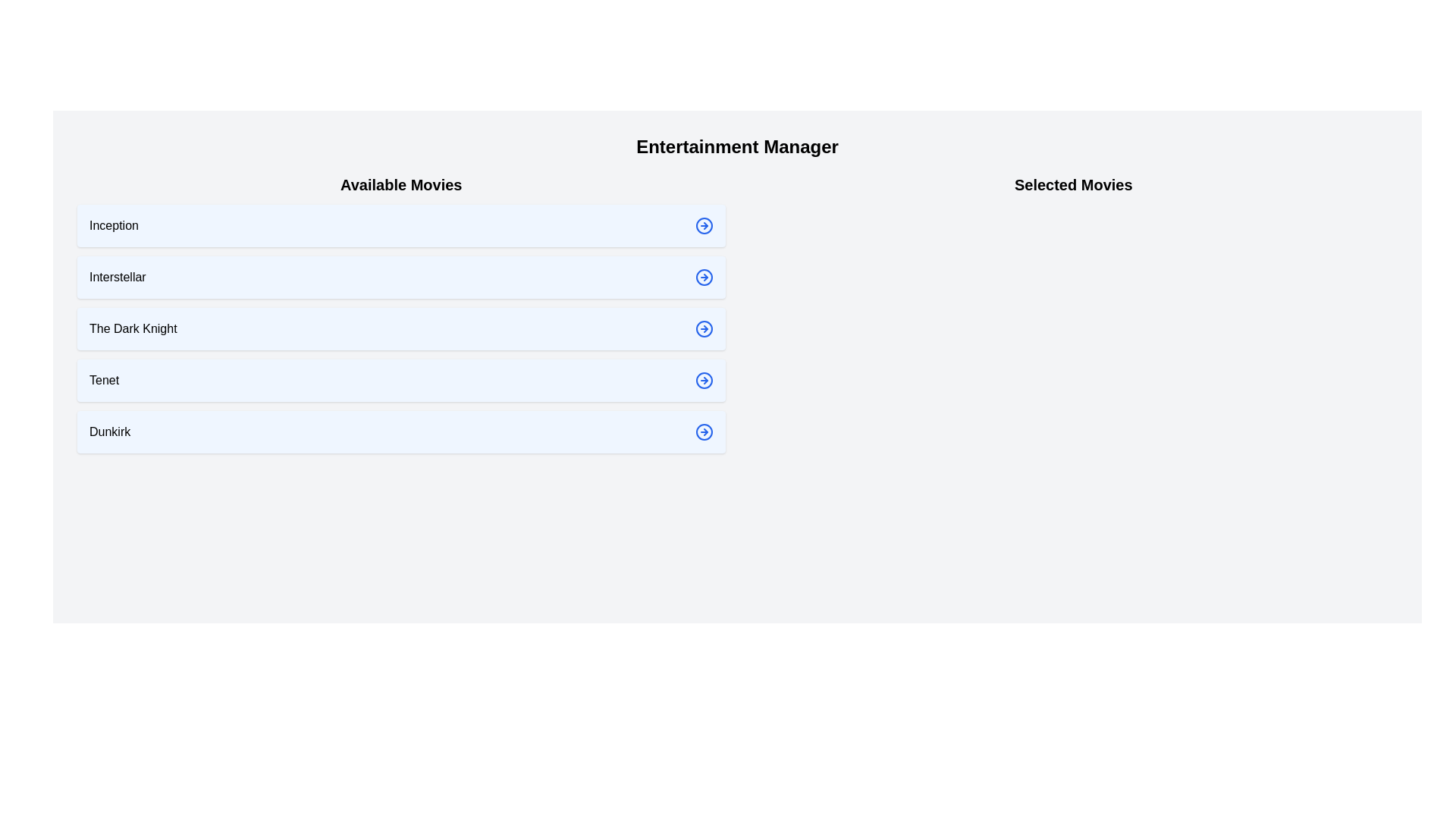  Describe the element at coordinates (703, 328) in the screenshot. I see `the arrow icon next to the movie The Dark Knight to select it` at that location.